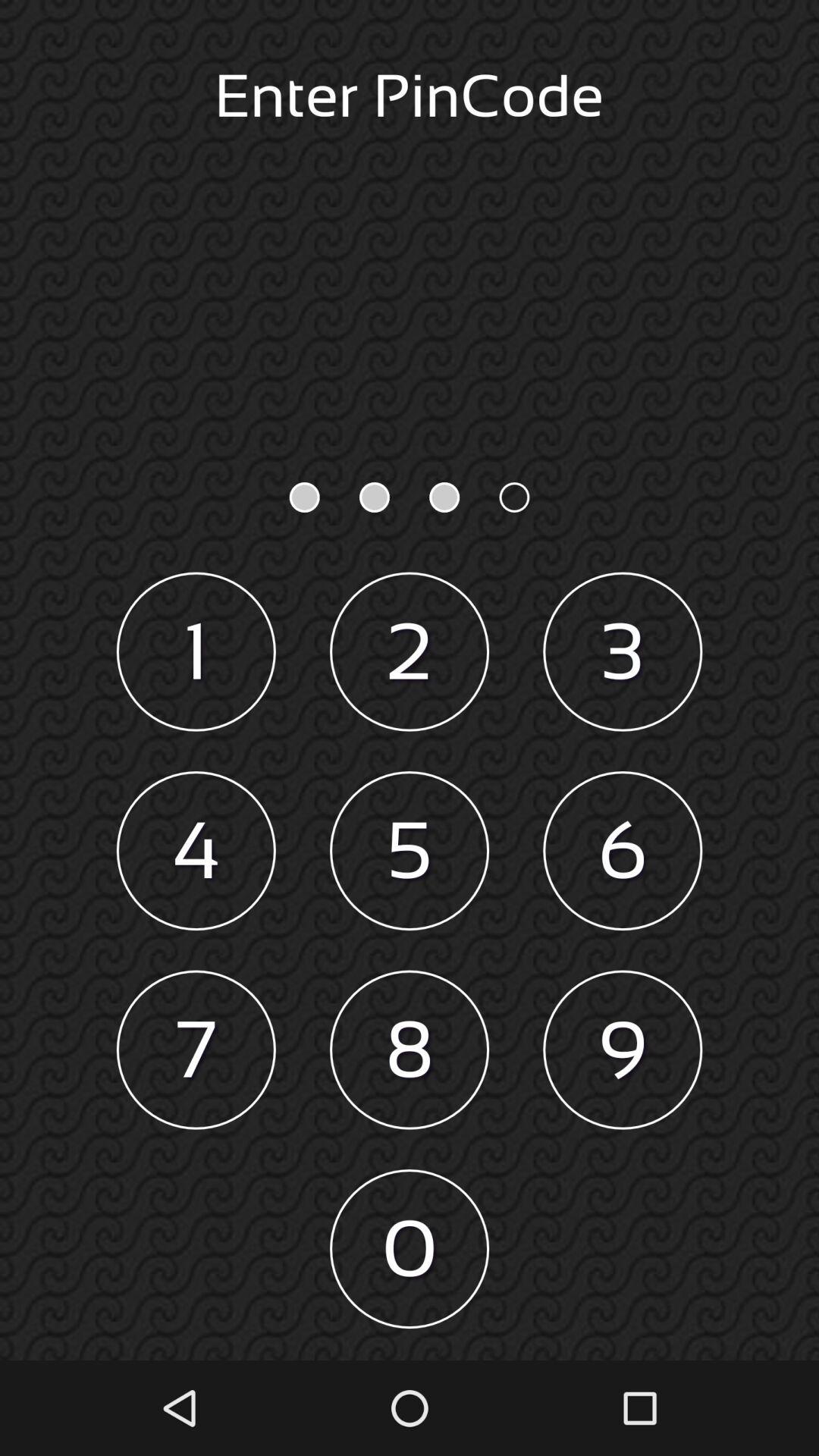  What do you see at coordinates (409, 1248) in the screenshot?
I see `0` at bounding box center [409, 1248].